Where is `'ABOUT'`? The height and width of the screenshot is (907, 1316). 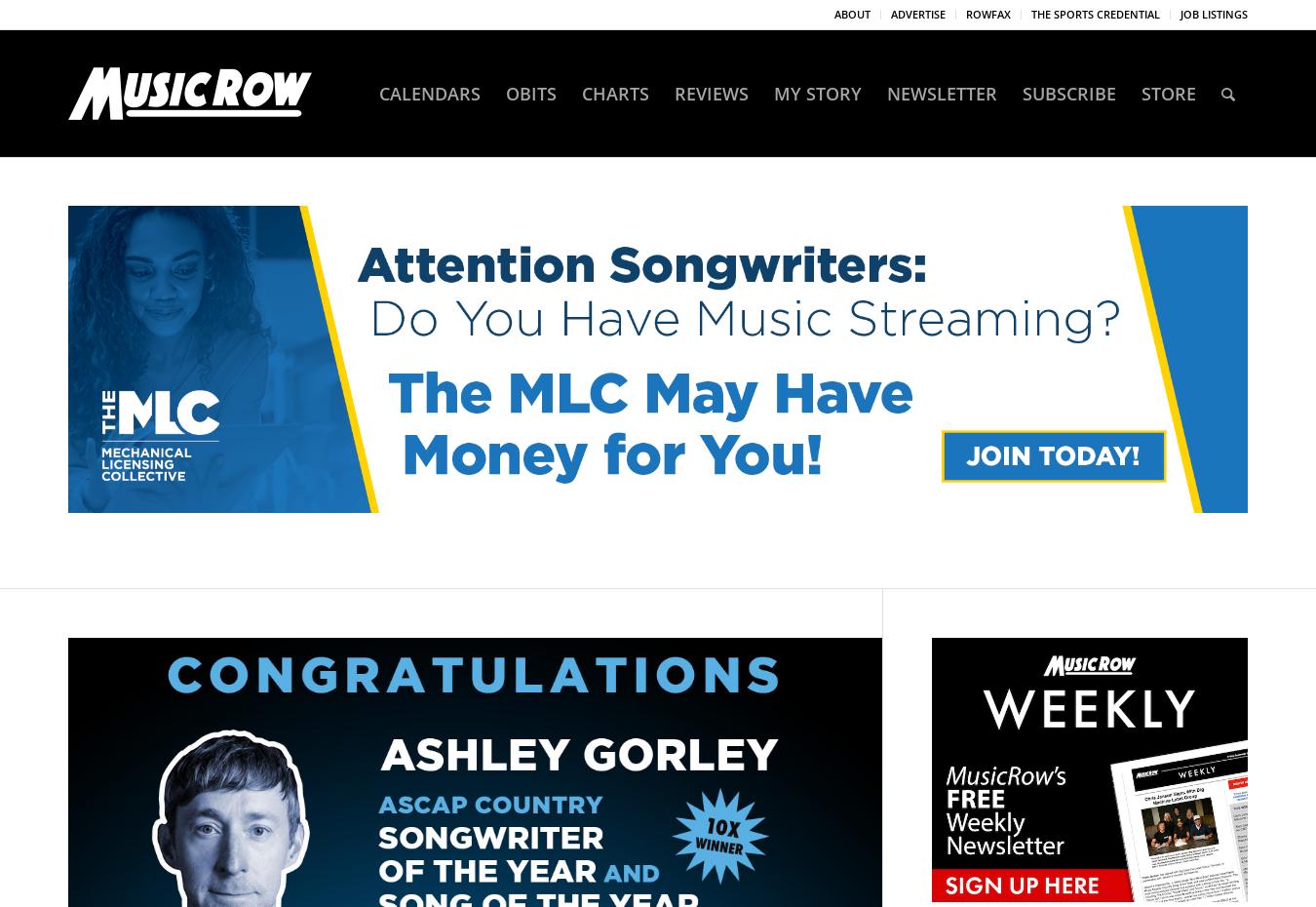
'ABOUT' is located at coordinates (852, 13).